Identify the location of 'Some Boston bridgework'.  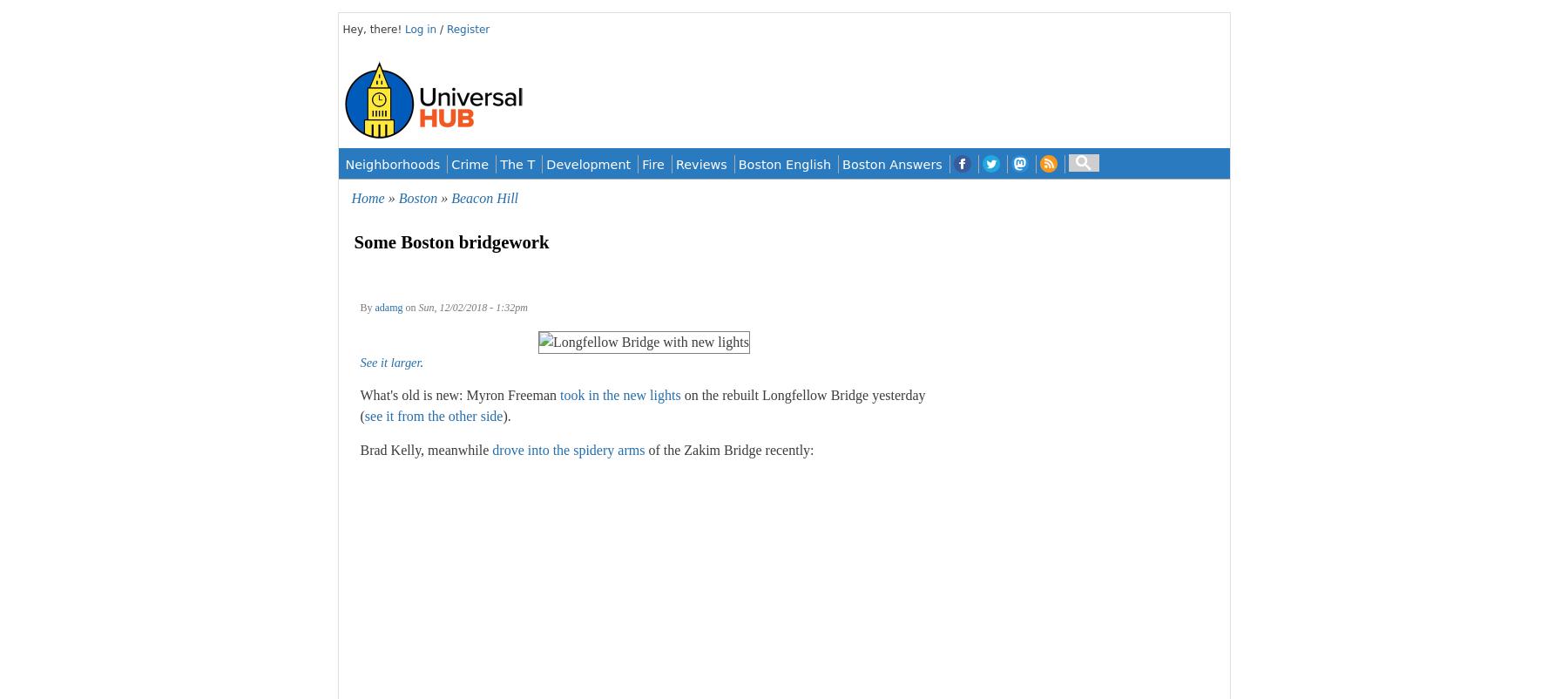
(354, 241).